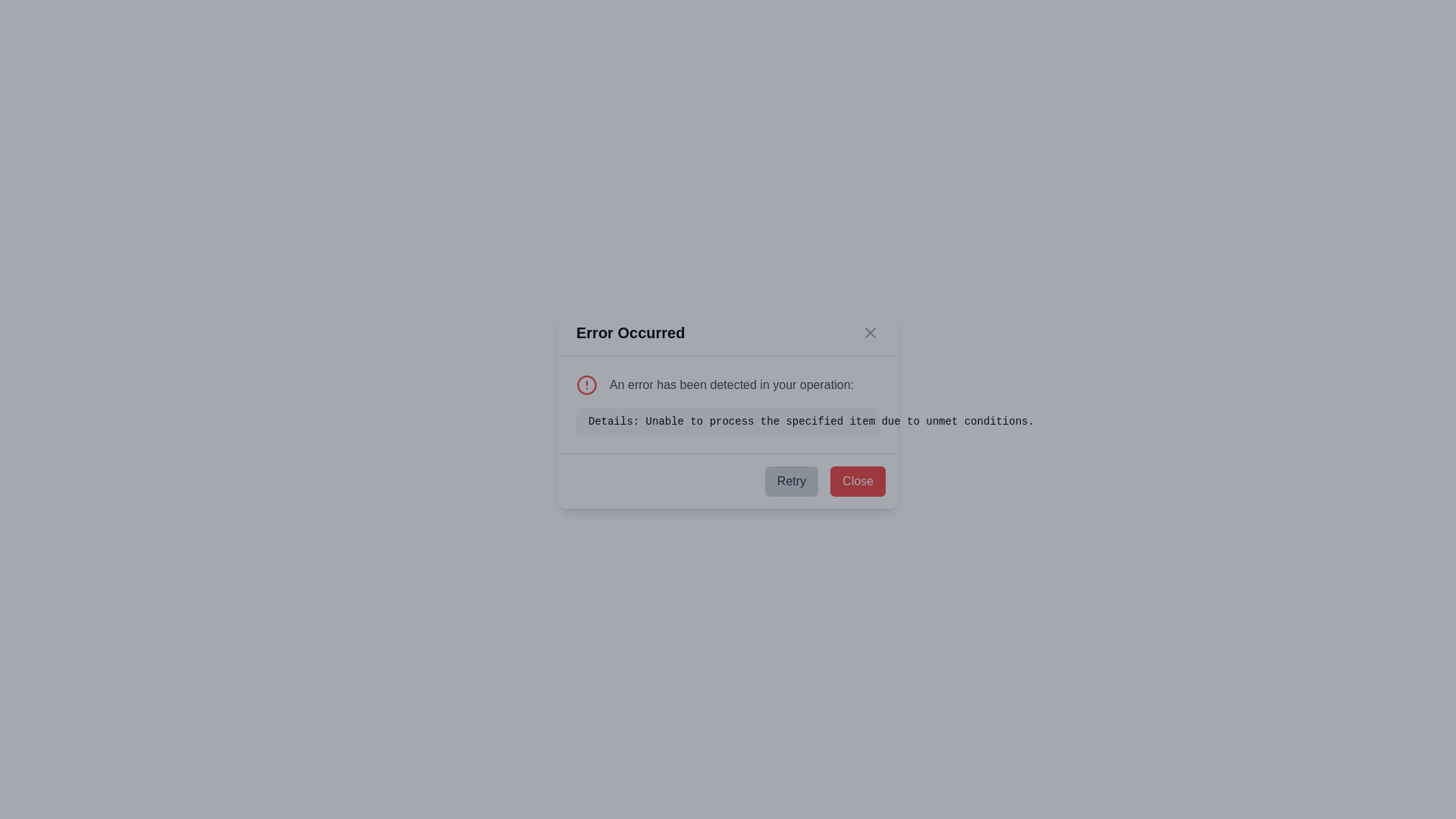 The image size is (1456, 819). What do you see at coordinates (870, 332) in the screenshot?
I see `the 'X' icon in the top-right corner of the dialog box to close the dialog` at bounding box center [870, 332].